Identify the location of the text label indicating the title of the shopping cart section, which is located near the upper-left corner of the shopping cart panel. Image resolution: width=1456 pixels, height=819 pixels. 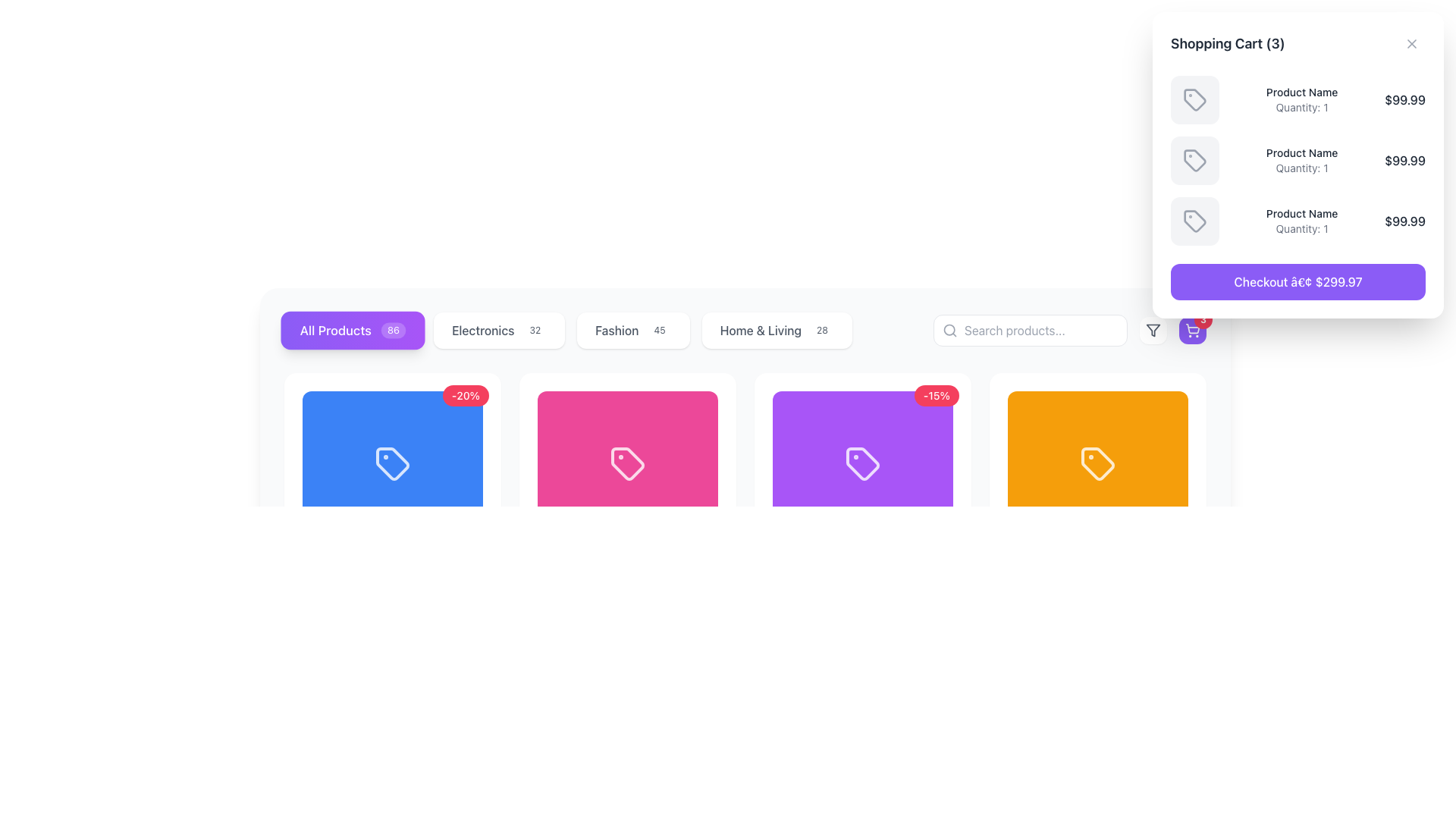
(1228, 42).